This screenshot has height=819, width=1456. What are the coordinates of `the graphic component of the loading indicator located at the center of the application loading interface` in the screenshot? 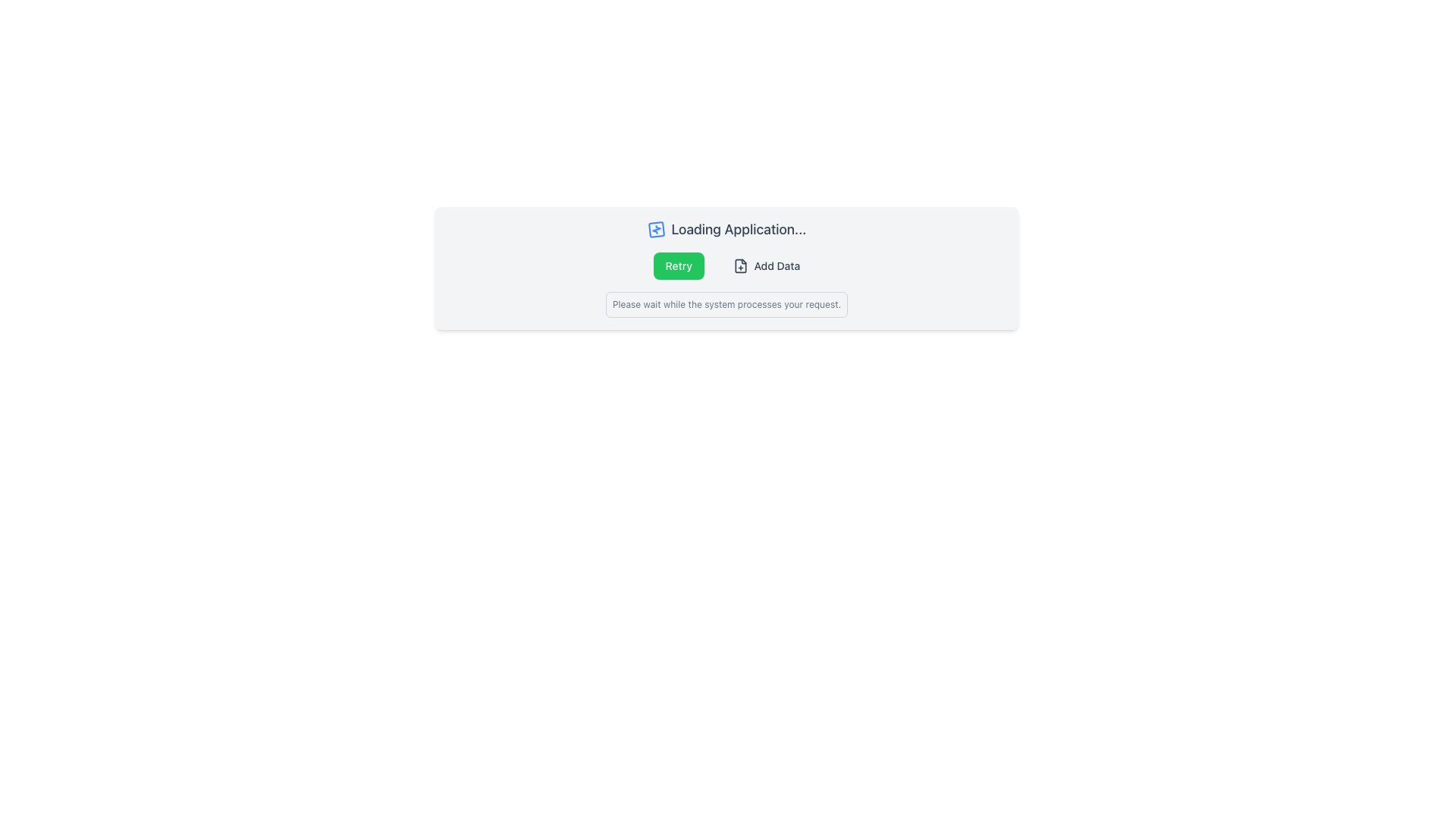 It's located at (656, 230).